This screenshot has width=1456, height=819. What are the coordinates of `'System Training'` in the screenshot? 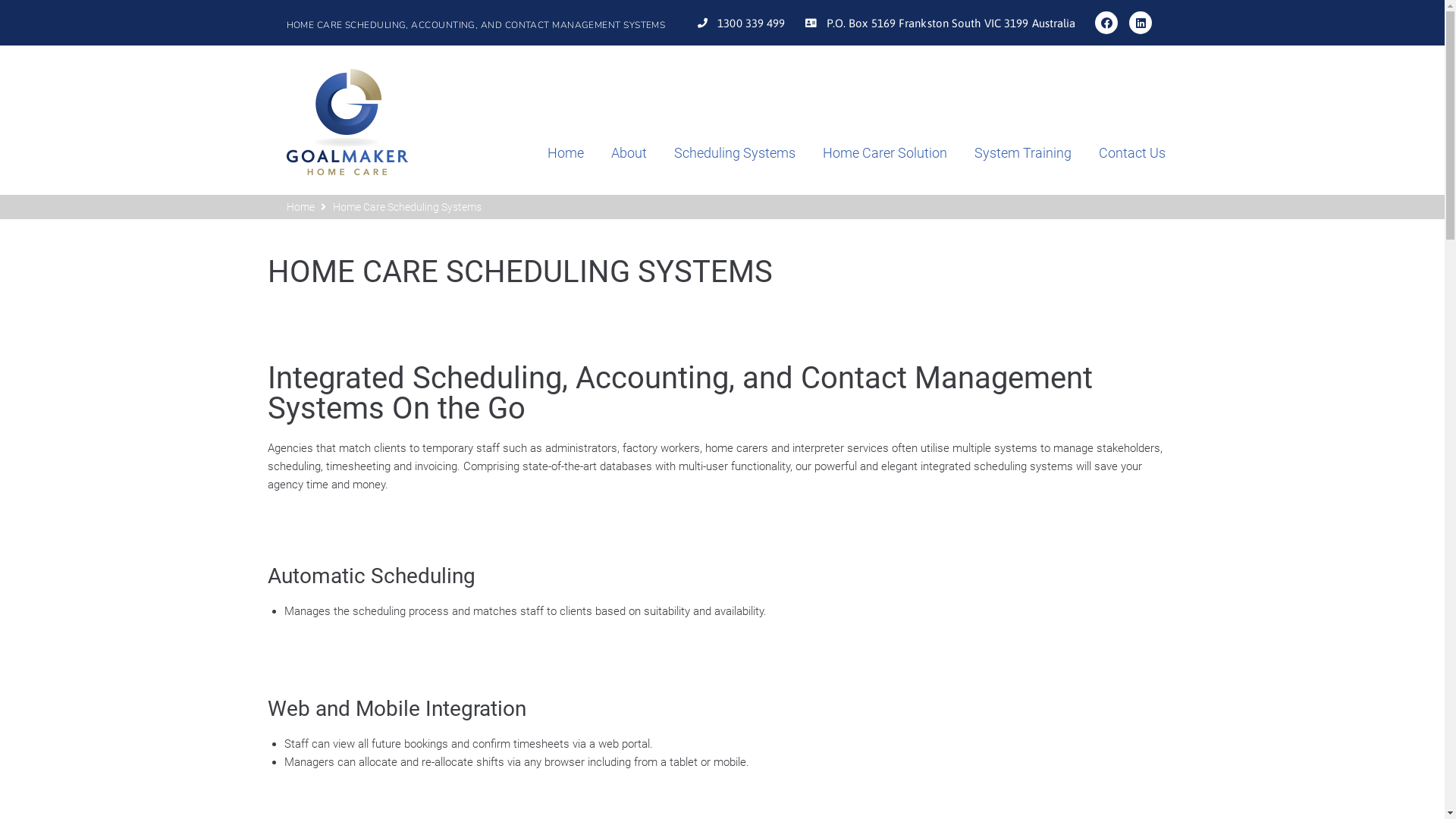 It's located at (1009, 153).